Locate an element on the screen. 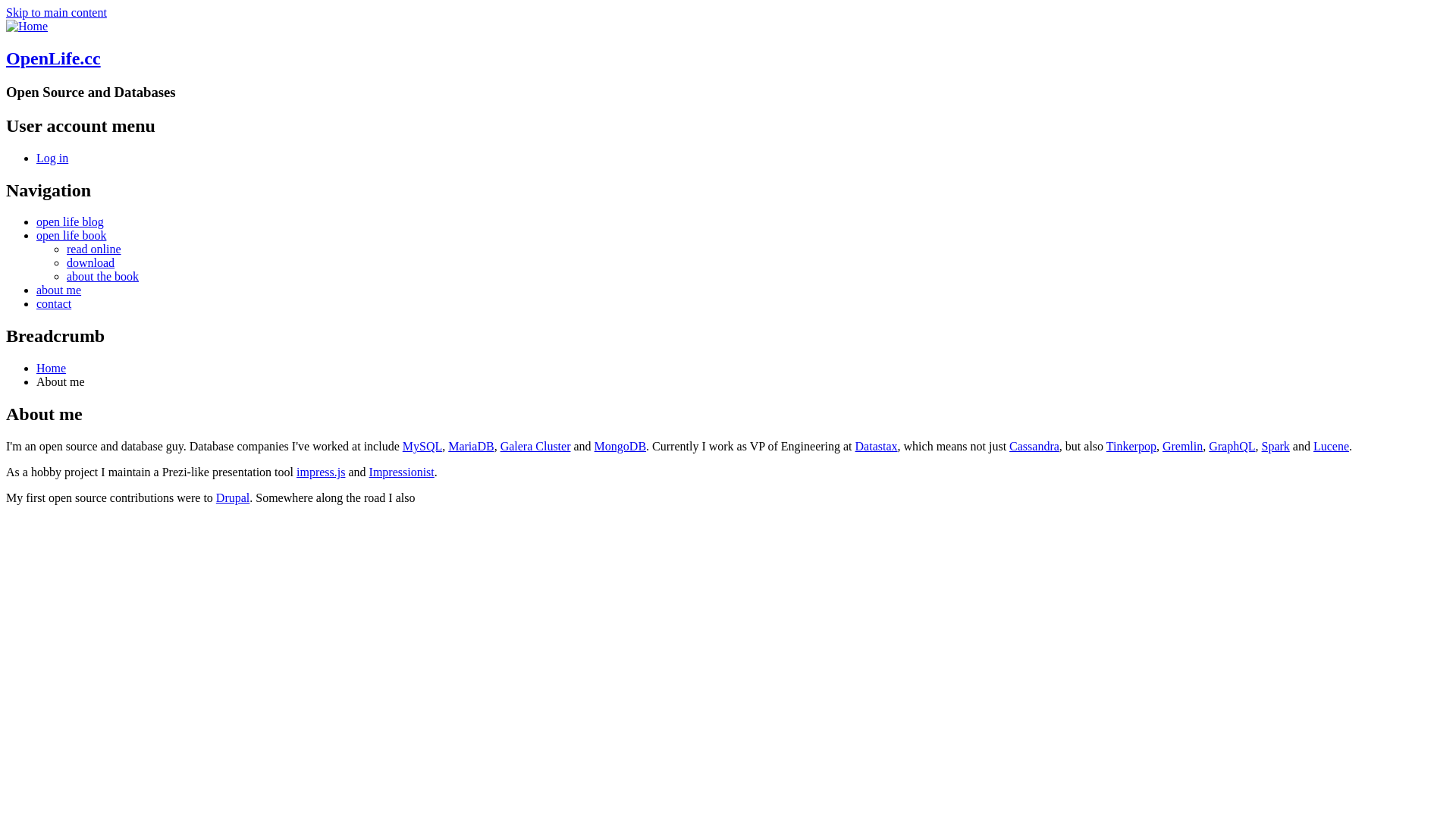  'MariaDB' is located at coordinates (469, 445).